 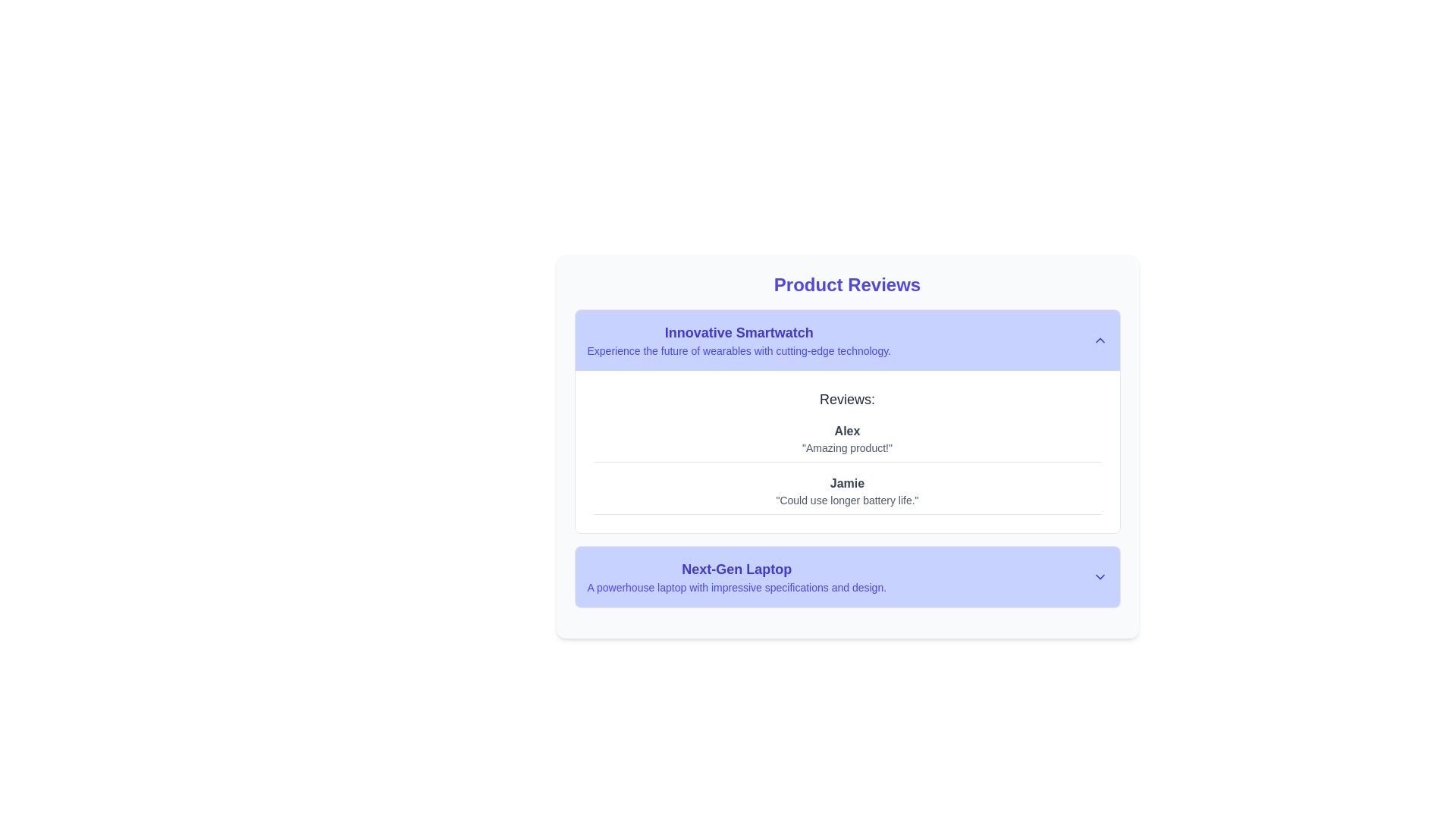 I want to click on the text block displaying the review by Jamie, which includes the name 'Jamie' in bold dark gray and the comment 'Could use longer battery life.' in lighter gray, so click(x=846, y=494).